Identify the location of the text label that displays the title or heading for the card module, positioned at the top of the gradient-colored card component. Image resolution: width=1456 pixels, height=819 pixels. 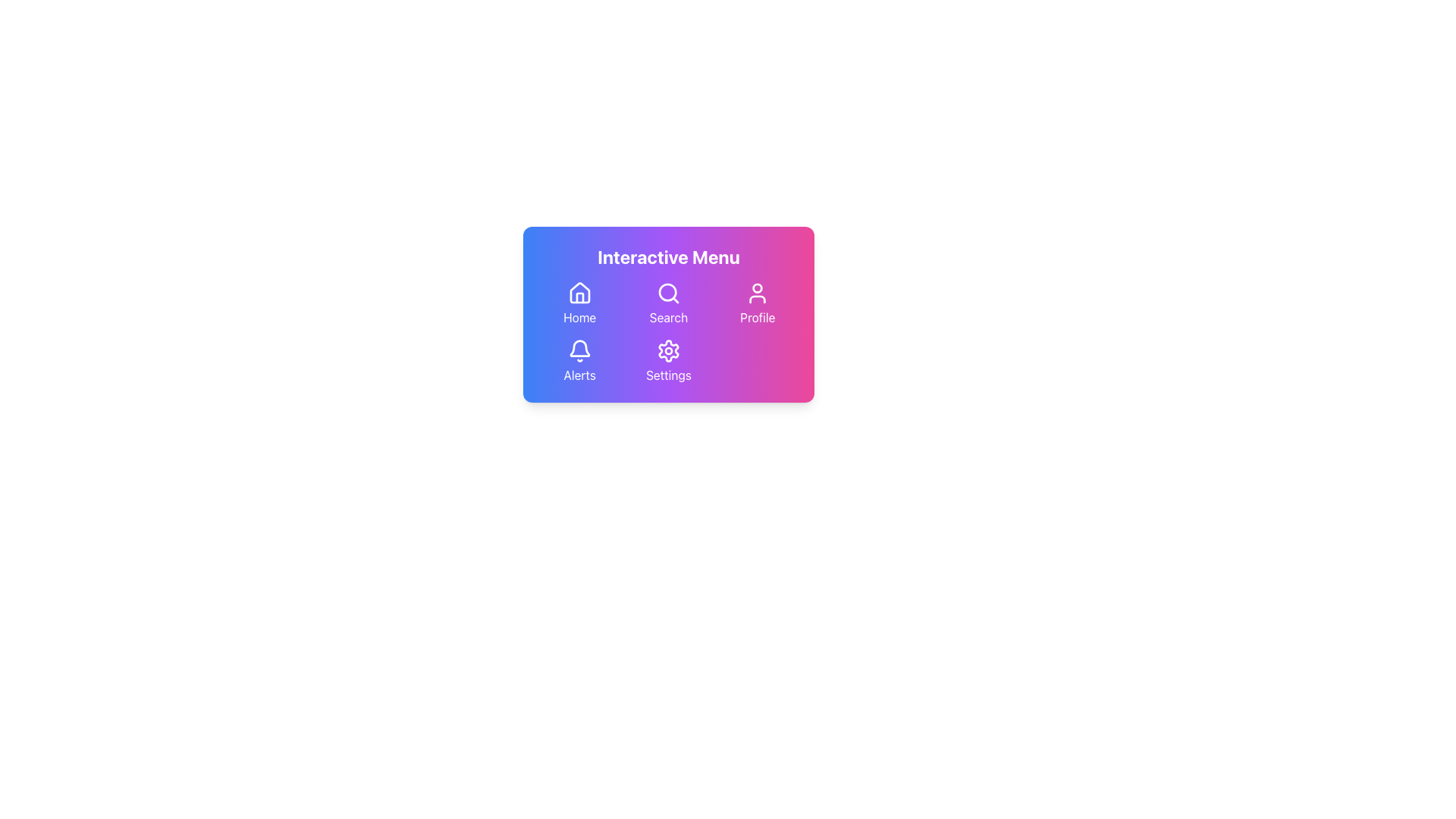
(668, 256).